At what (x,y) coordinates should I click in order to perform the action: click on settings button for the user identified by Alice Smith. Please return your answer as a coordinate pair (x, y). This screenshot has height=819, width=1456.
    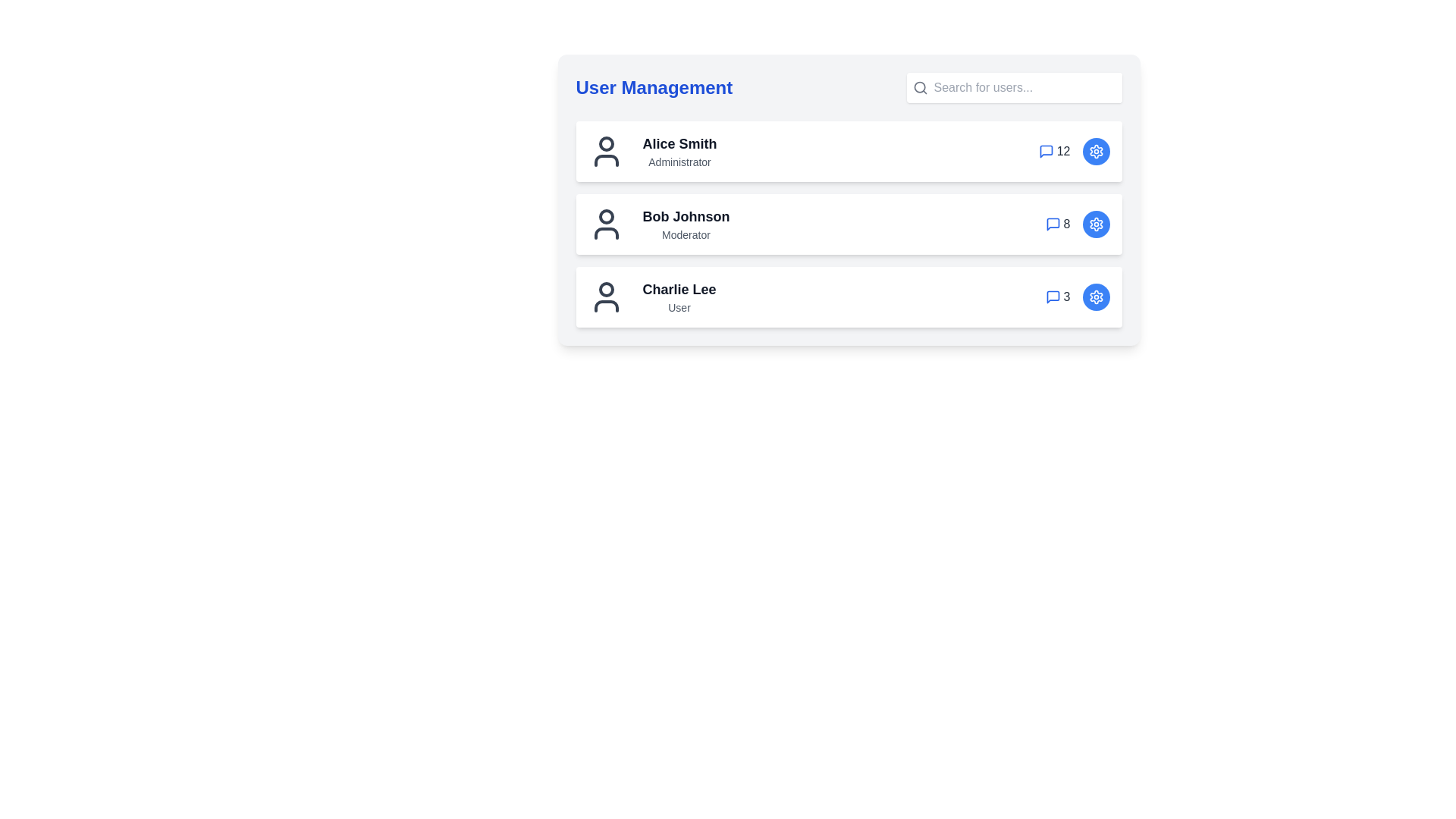
    Looking at the image, I should click on (1096, 152).